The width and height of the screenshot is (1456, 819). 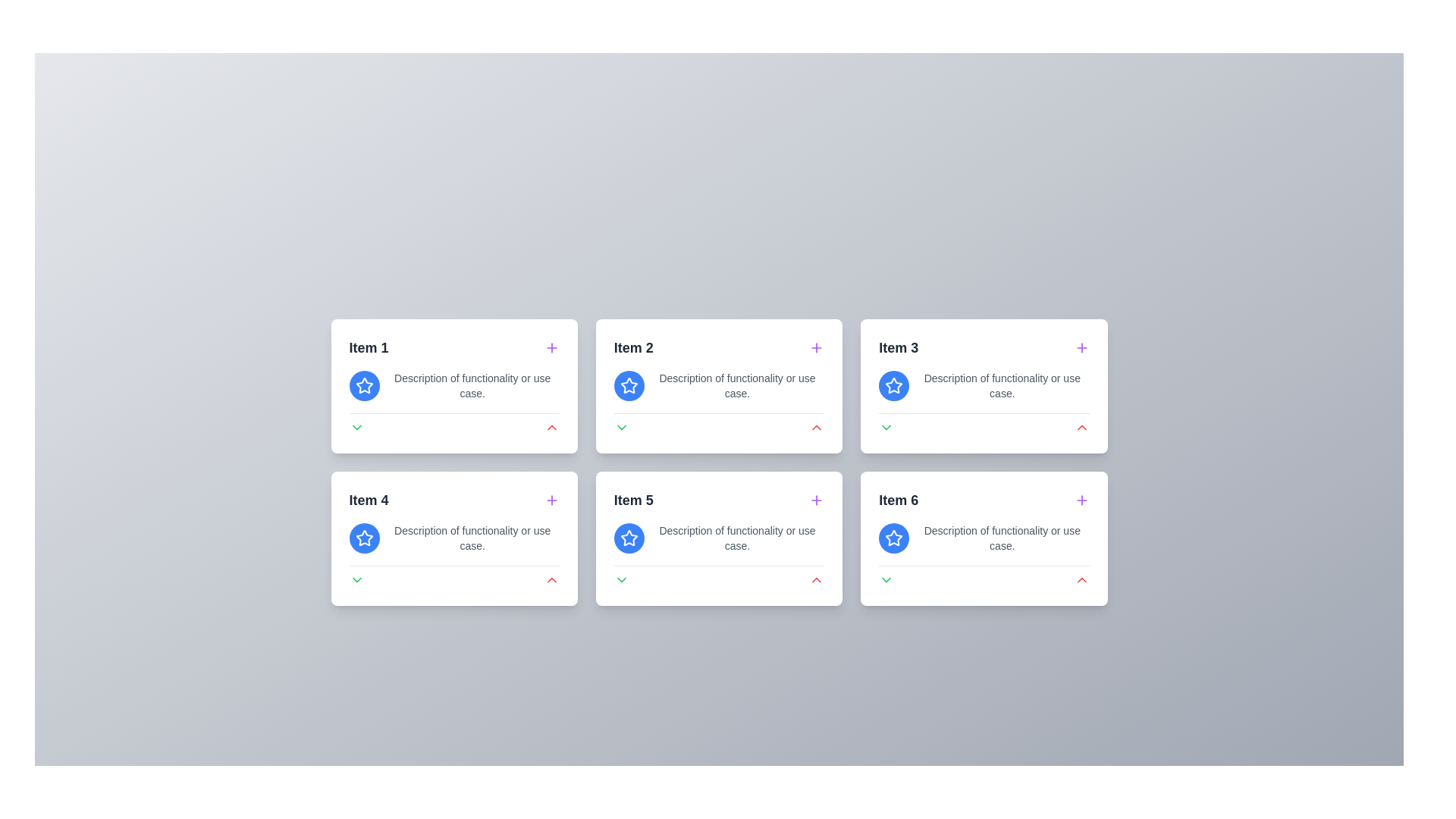 I want to click on the star icon located within the card titled 'Item 3', which is positioned in the second row, third column of a 2x3 grid layout, to observe the tooltip or visual feedback, so click(x=894, y=385).